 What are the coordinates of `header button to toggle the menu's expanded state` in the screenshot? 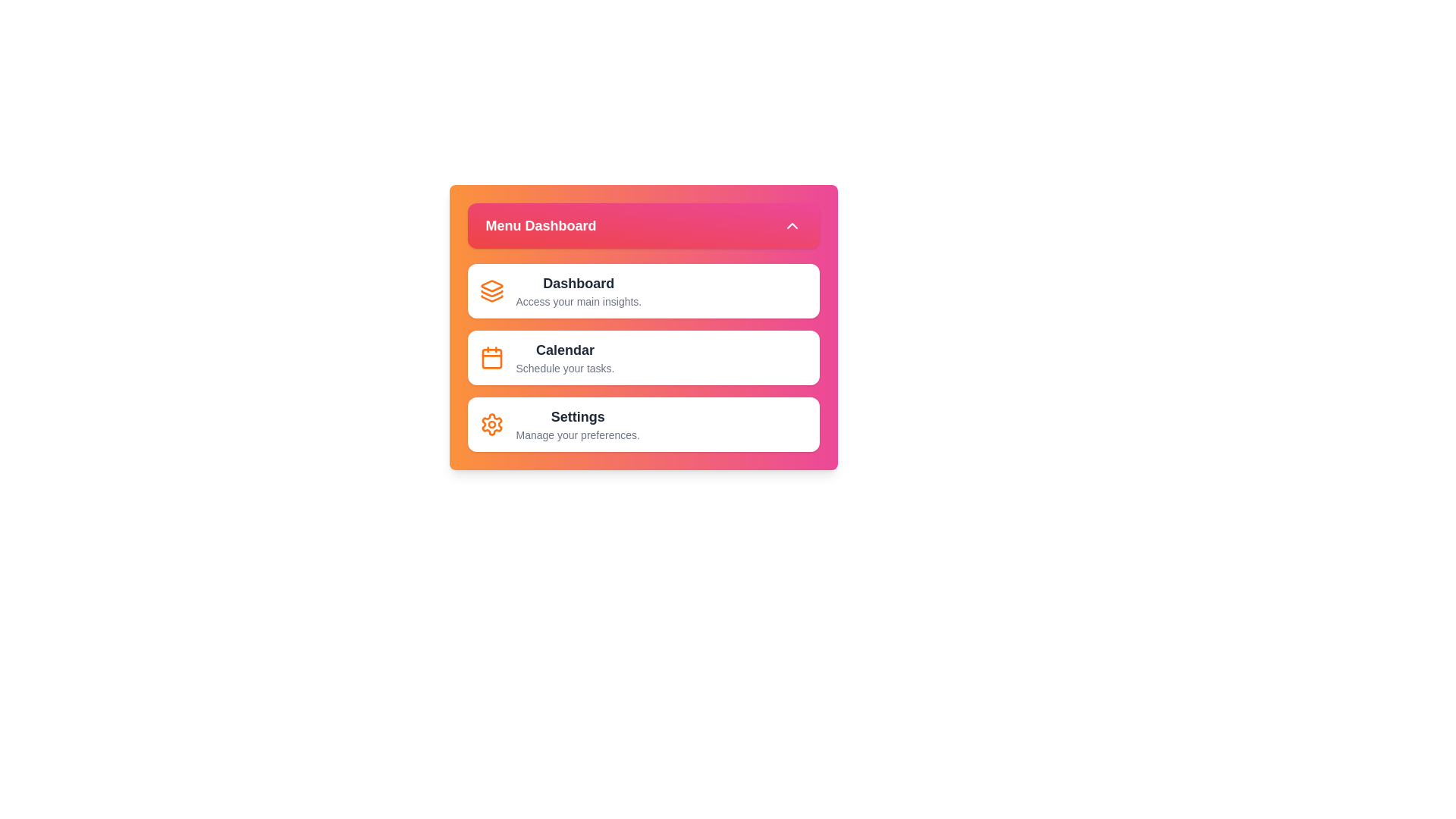 It's located at (643, 225).